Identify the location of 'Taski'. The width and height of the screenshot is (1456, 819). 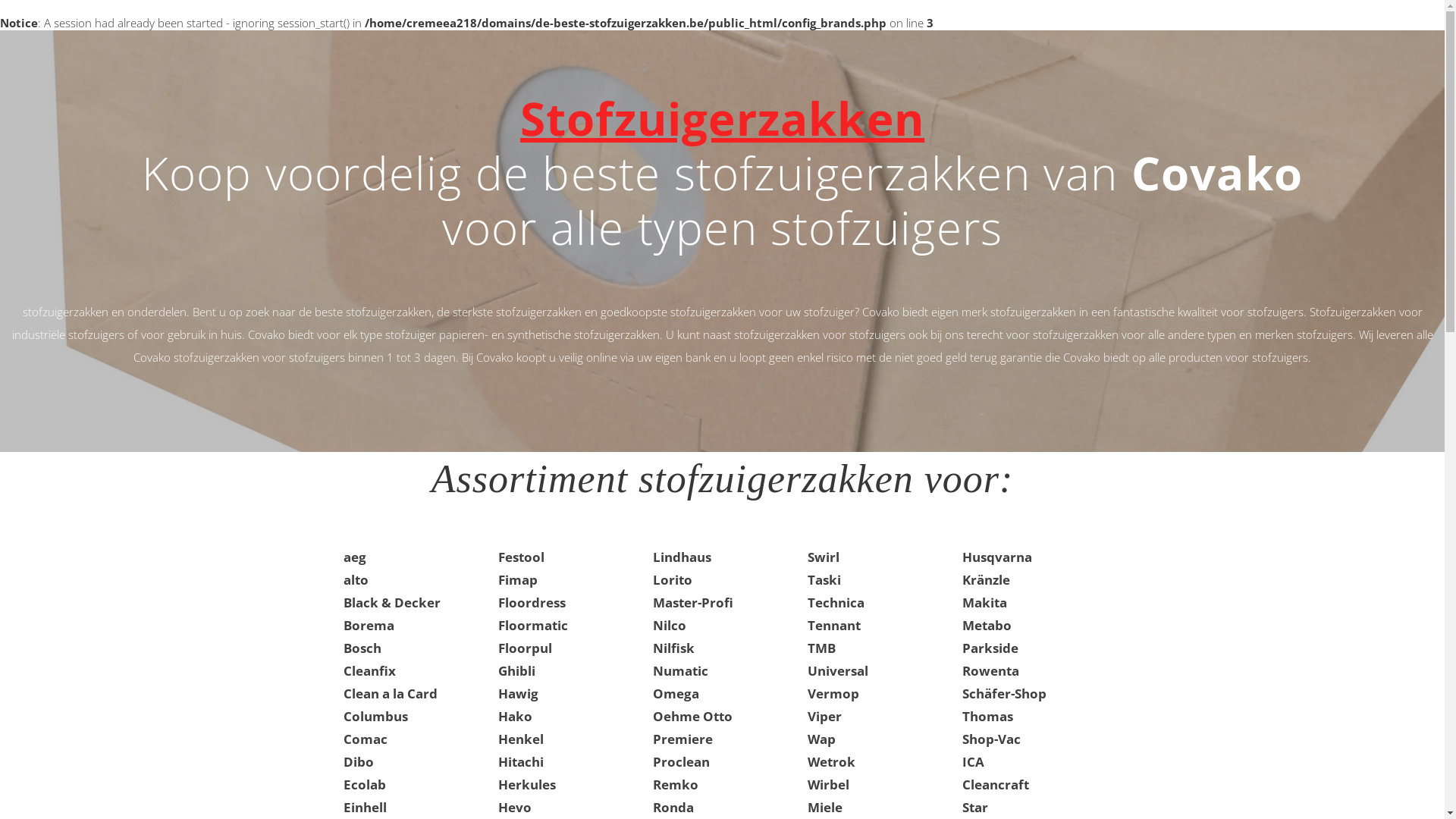
(822, 579).